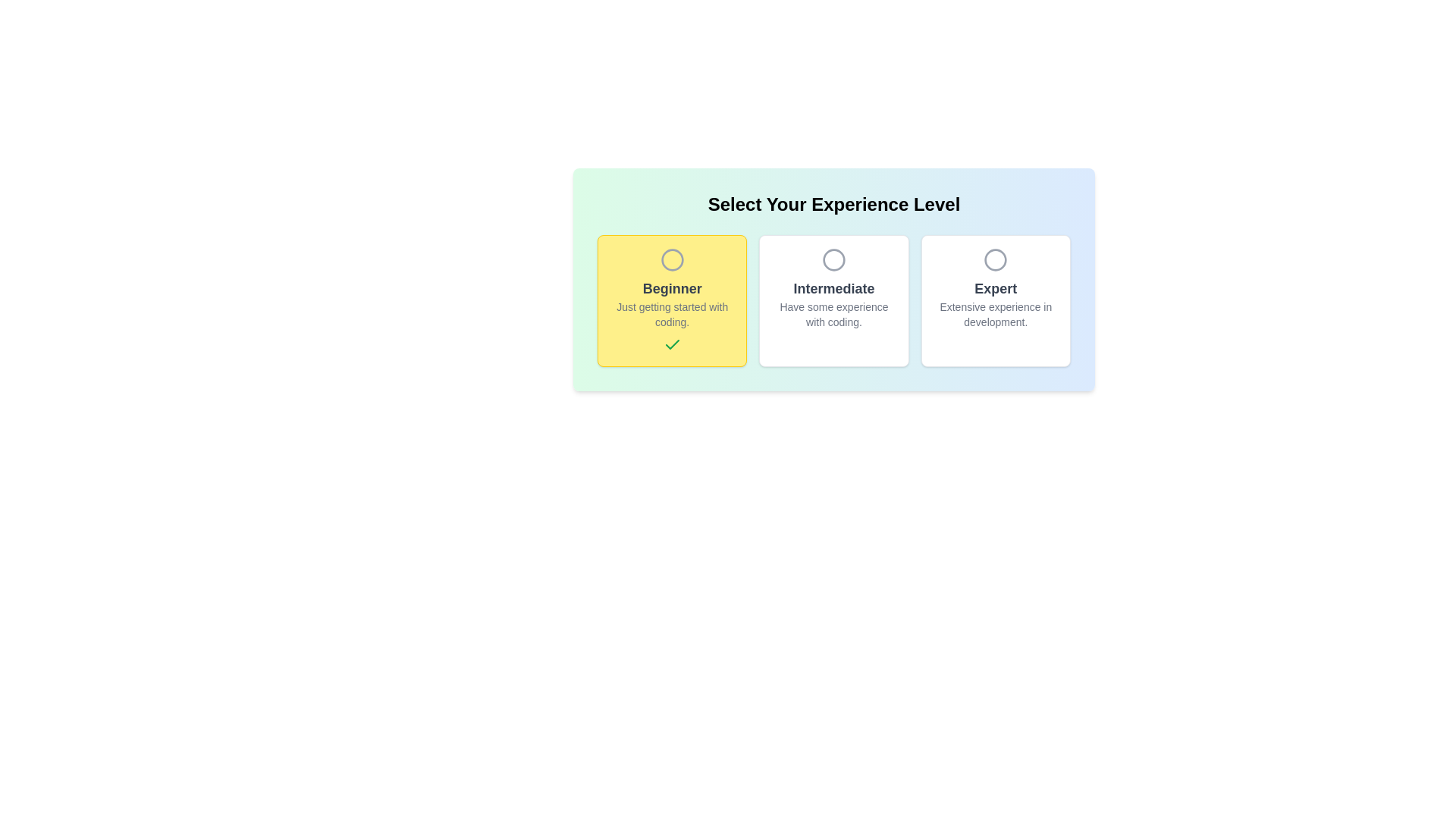  What do you see at coordinates (833, 304) in the screenshot?
I see `text from the central Text Label that displays 'Intermediate' and 'Have some experience with coding.'` at bounding box center [833, 304].